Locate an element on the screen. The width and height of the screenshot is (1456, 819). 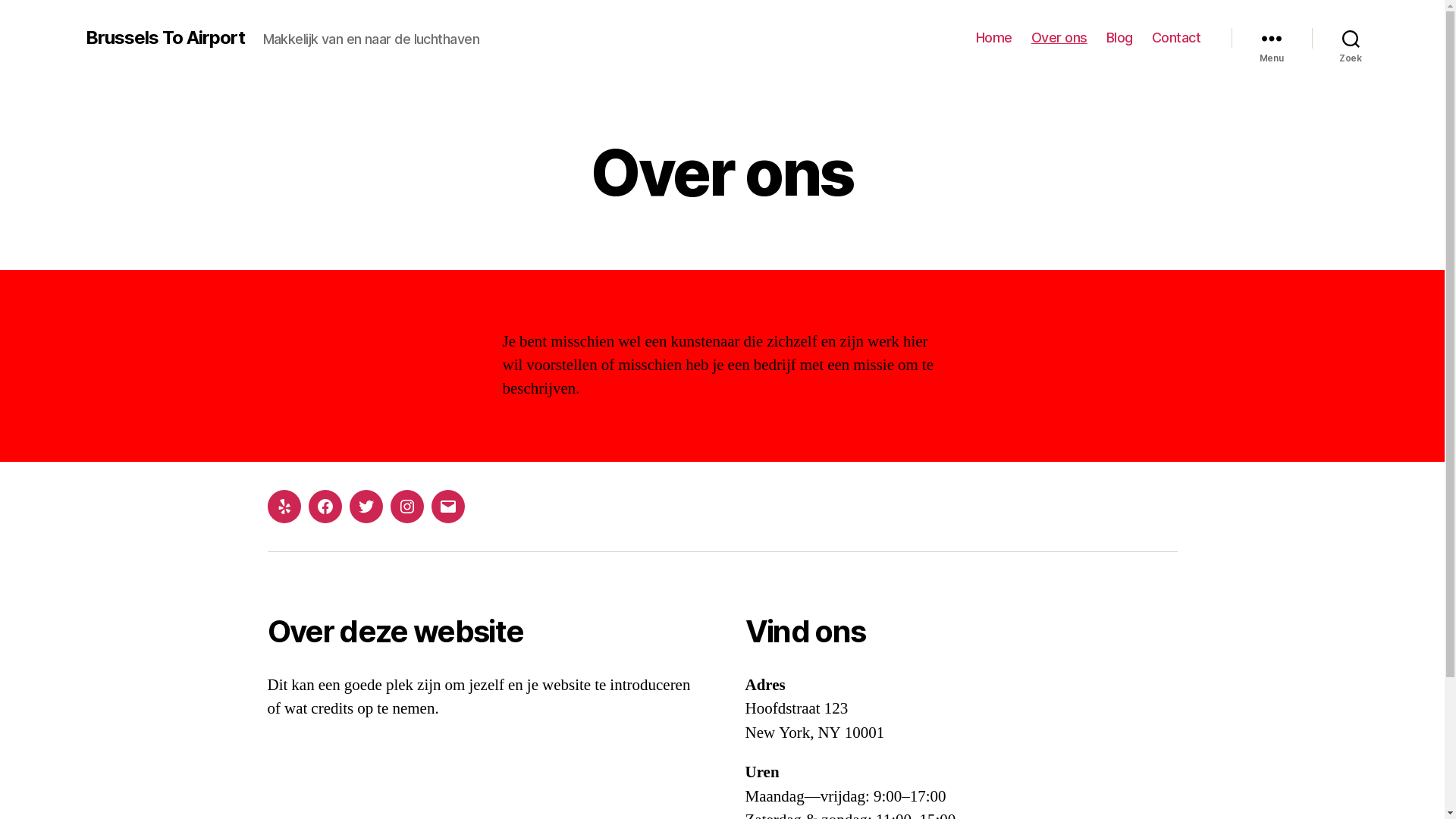
'Twitter' is located at coordinates (365, 506).